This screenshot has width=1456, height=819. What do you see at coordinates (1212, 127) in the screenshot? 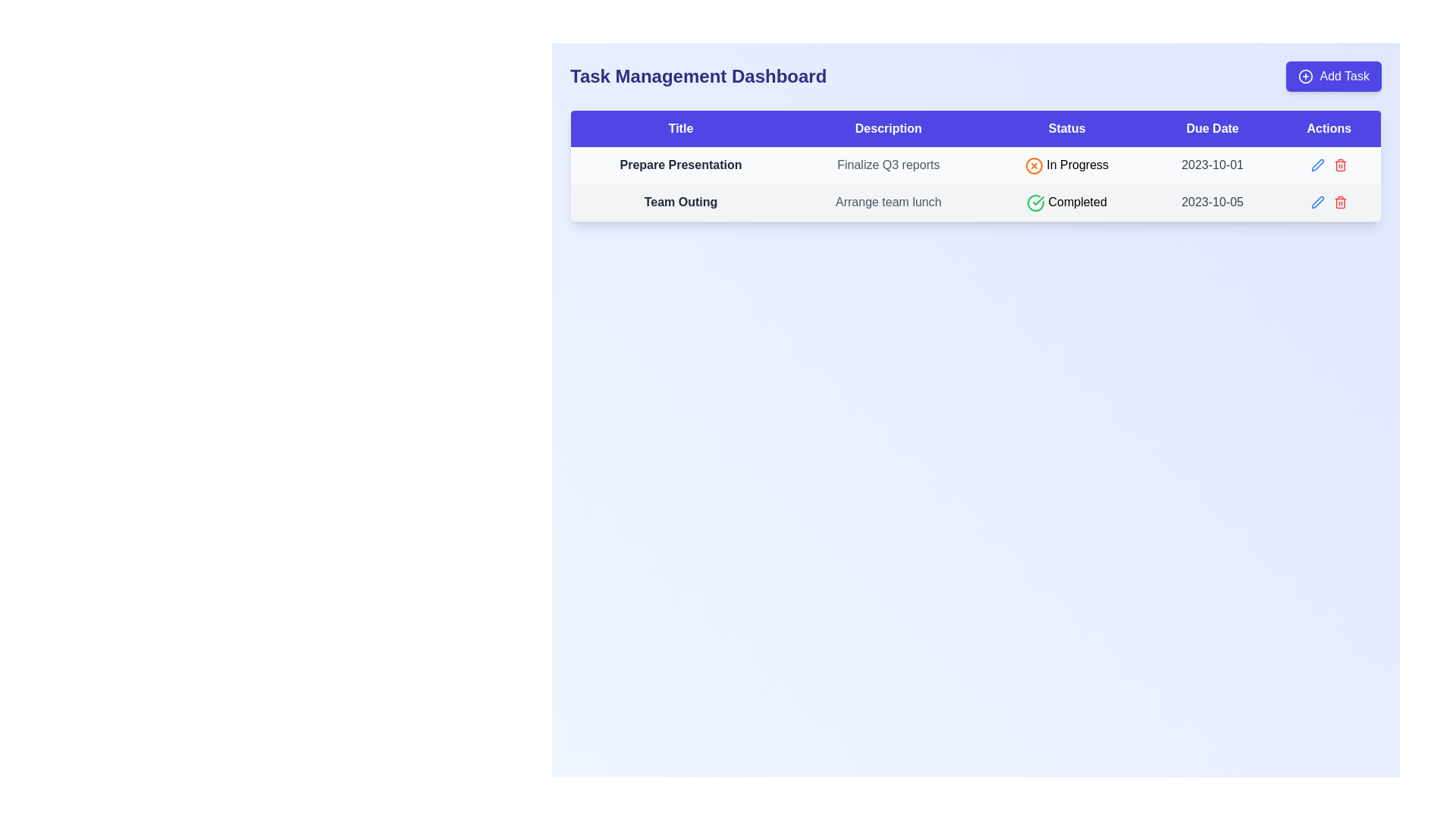
I see `the 'Due Date' table header, which is the fourth column header positioned between 'Status' and 'Actions'` at bounding box center [1212, 127].